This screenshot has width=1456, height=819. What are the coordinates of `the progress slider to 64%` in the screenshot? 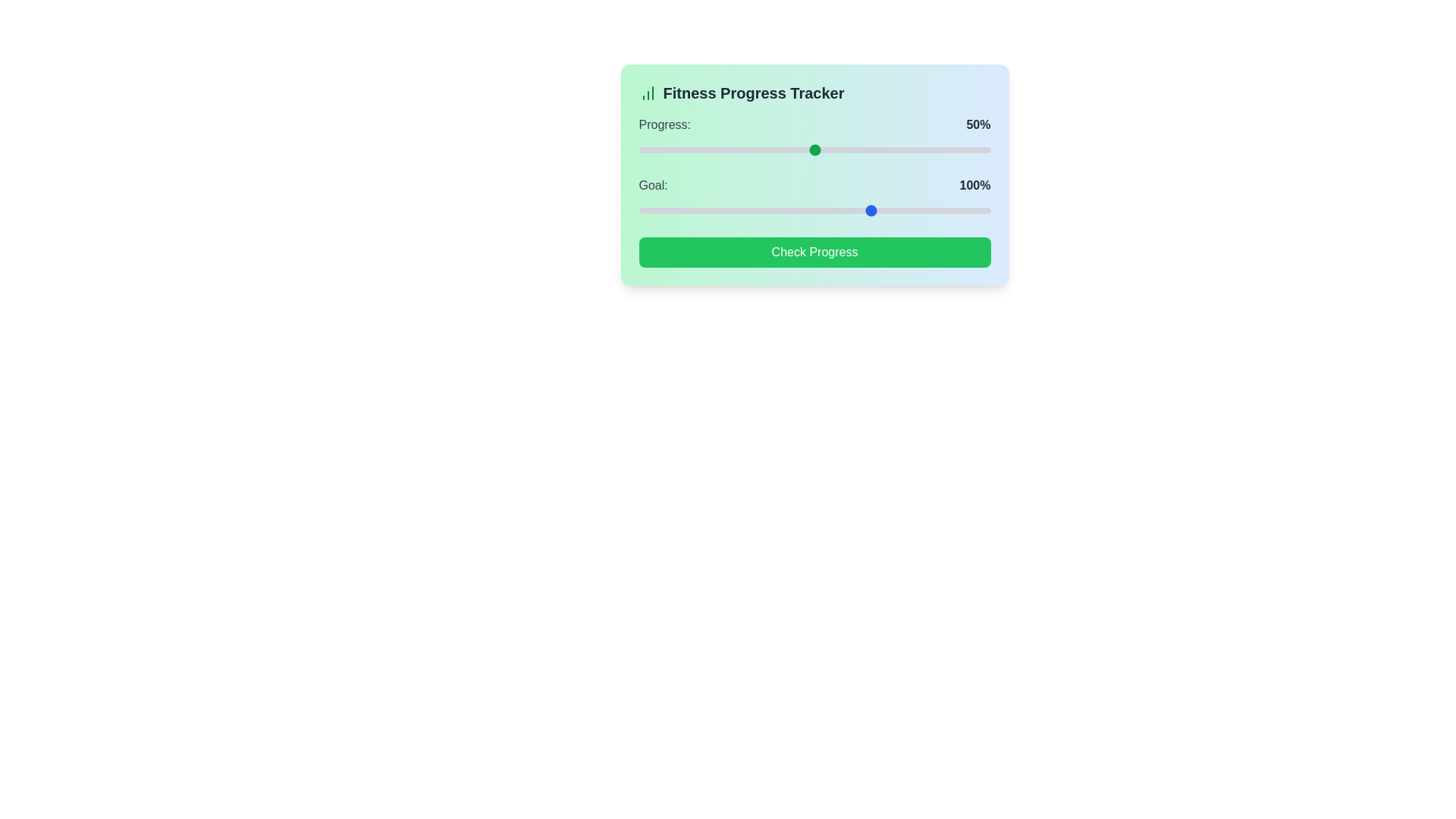 It's located at (864, 149).